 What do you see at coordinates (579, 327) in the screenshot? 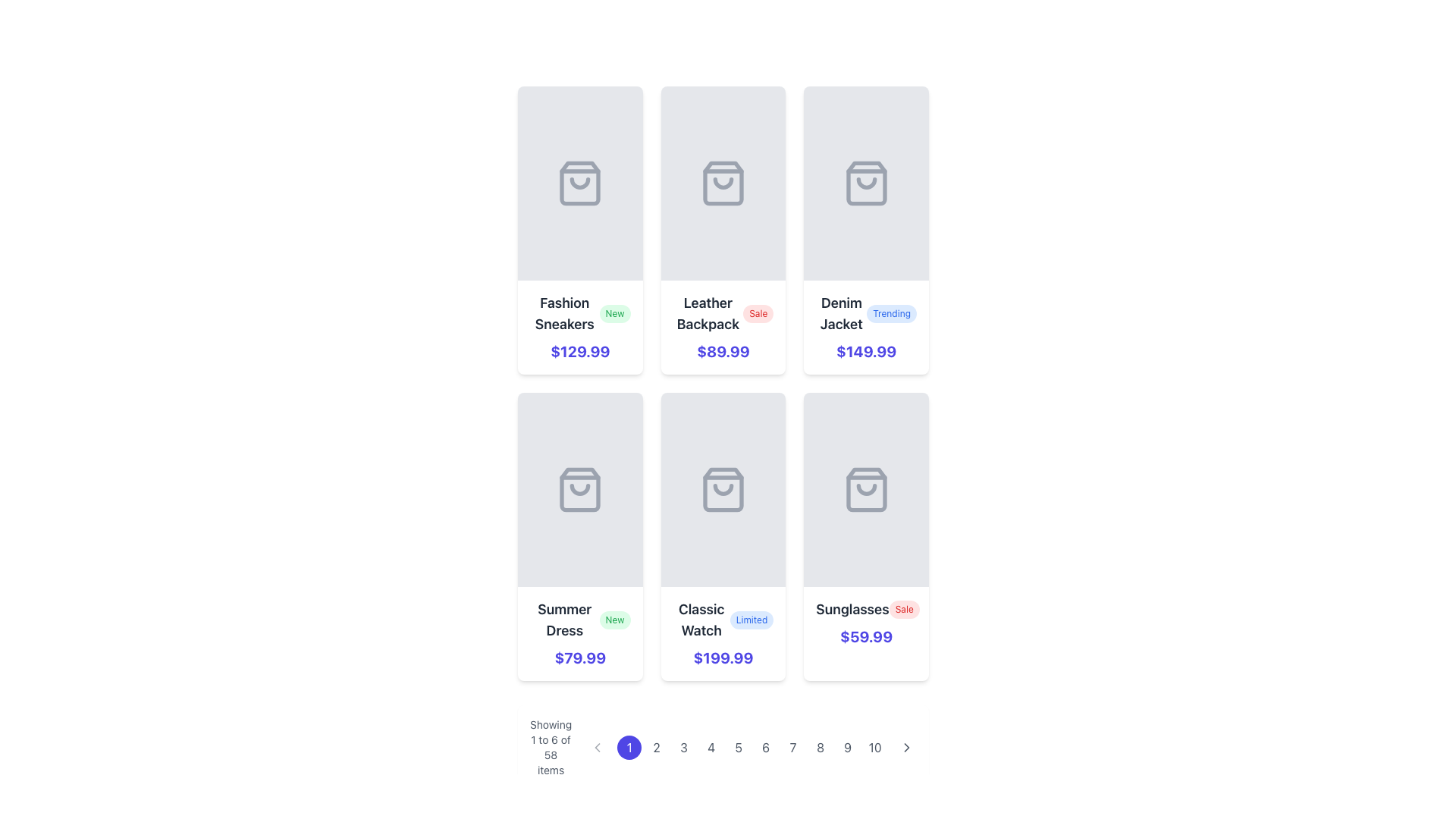
I see `the product name or price in the text block located in the first item card of the grid layout, which presents product details including a badge and price` at bounding box center [579, 327].